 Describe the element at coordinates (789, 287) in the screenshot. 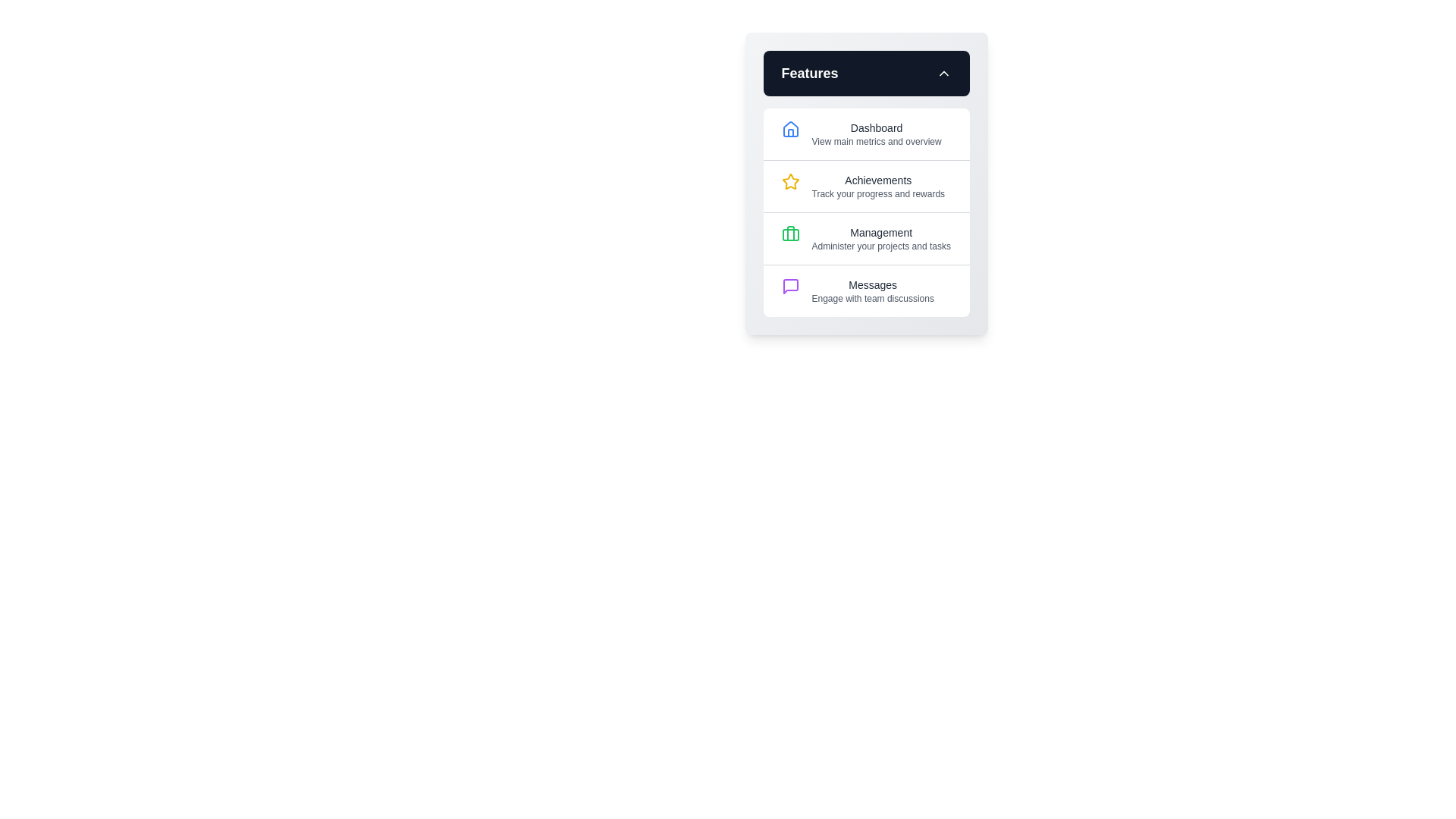

I see `the purple balloon-like speech bubble icon next to the 'Messages' text in the 'Features' section of the navigation menu` at that location.